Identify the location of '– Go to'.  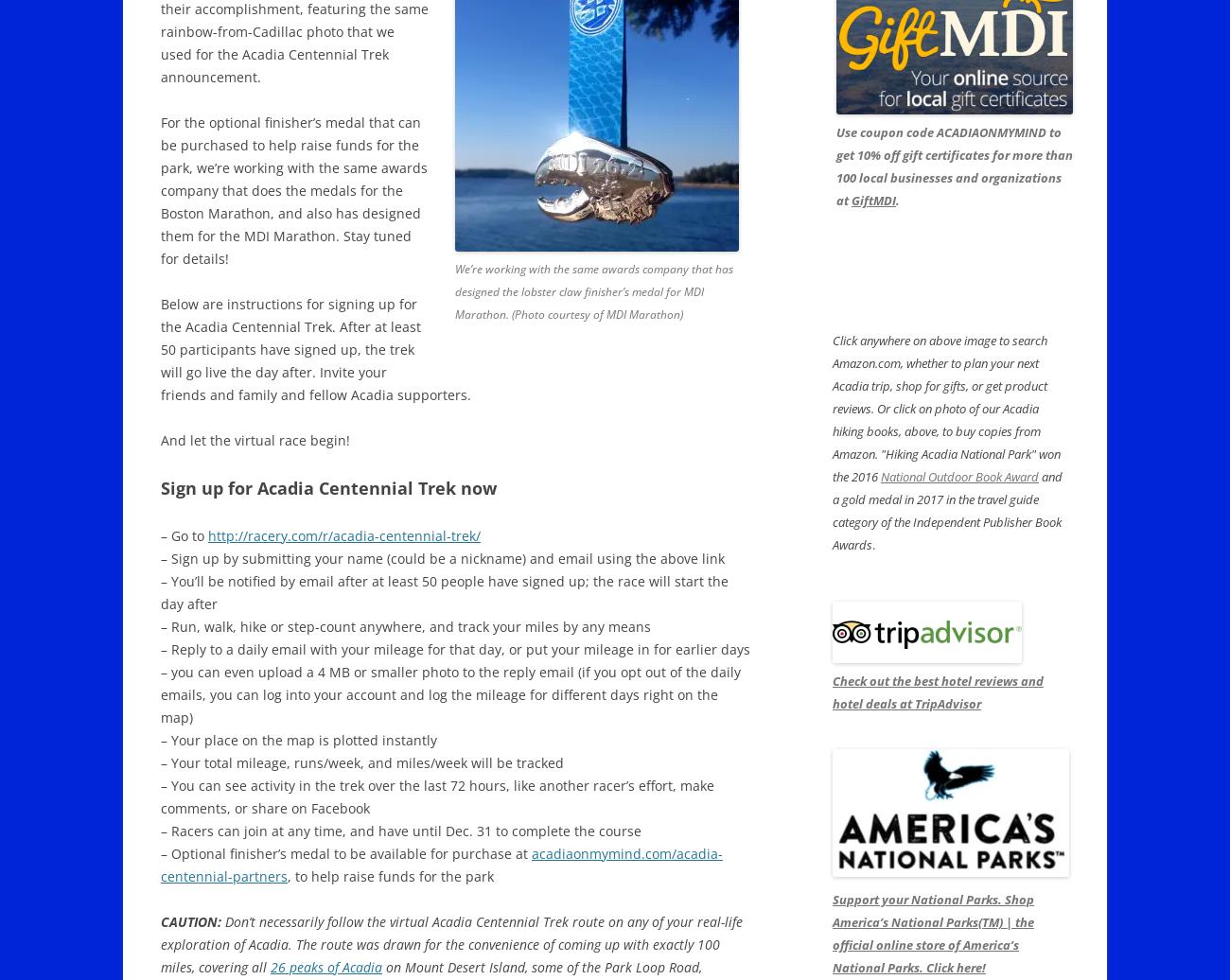
(184, 535).